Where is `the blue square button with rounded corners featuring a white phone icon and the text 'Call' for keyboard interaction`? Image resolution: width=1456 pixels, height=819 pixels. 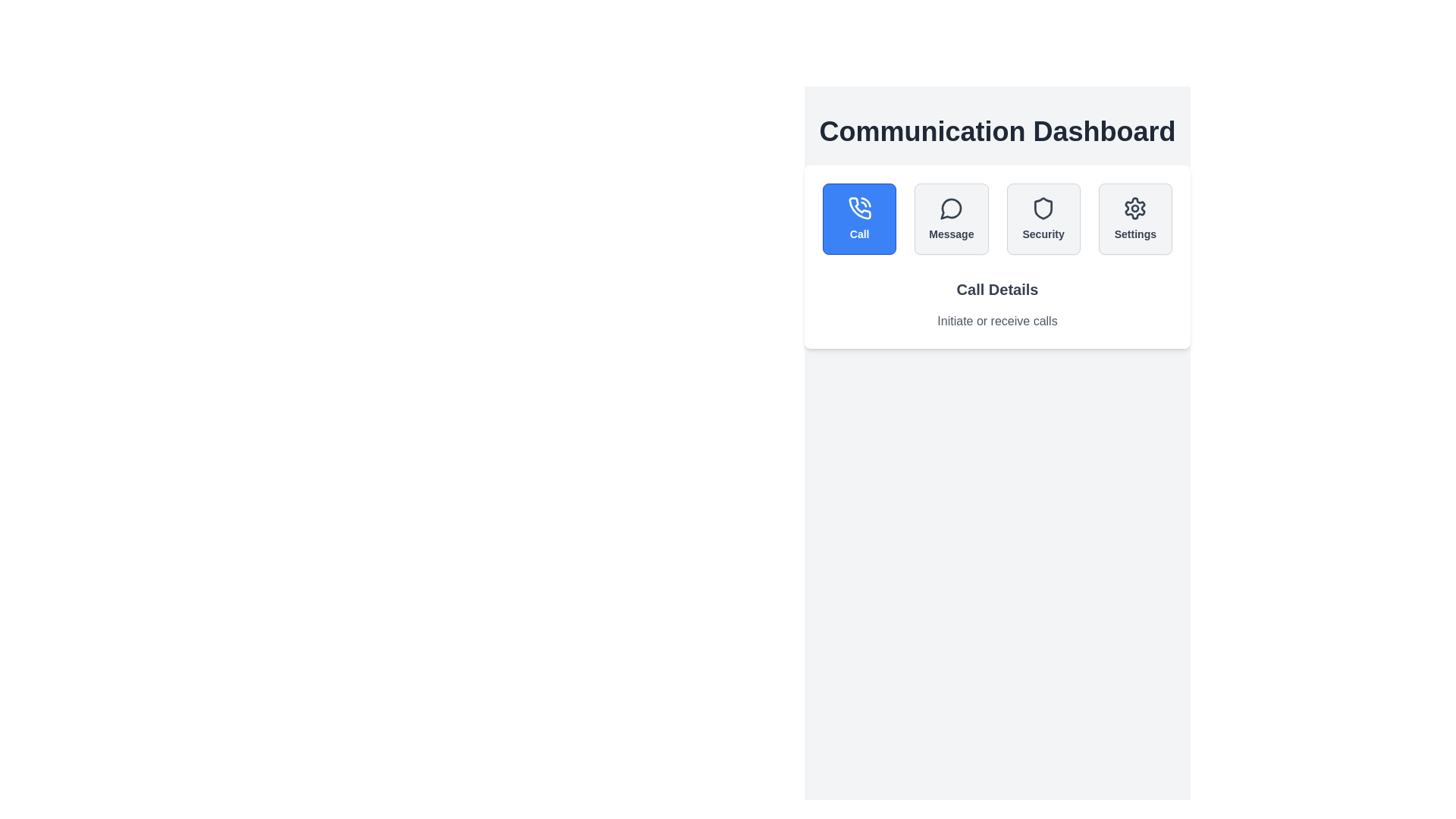
the blue square button with rounded corners featuring a white phone icon and the text 'Call' for keyboard interaction is located at coordinates (859, 219).